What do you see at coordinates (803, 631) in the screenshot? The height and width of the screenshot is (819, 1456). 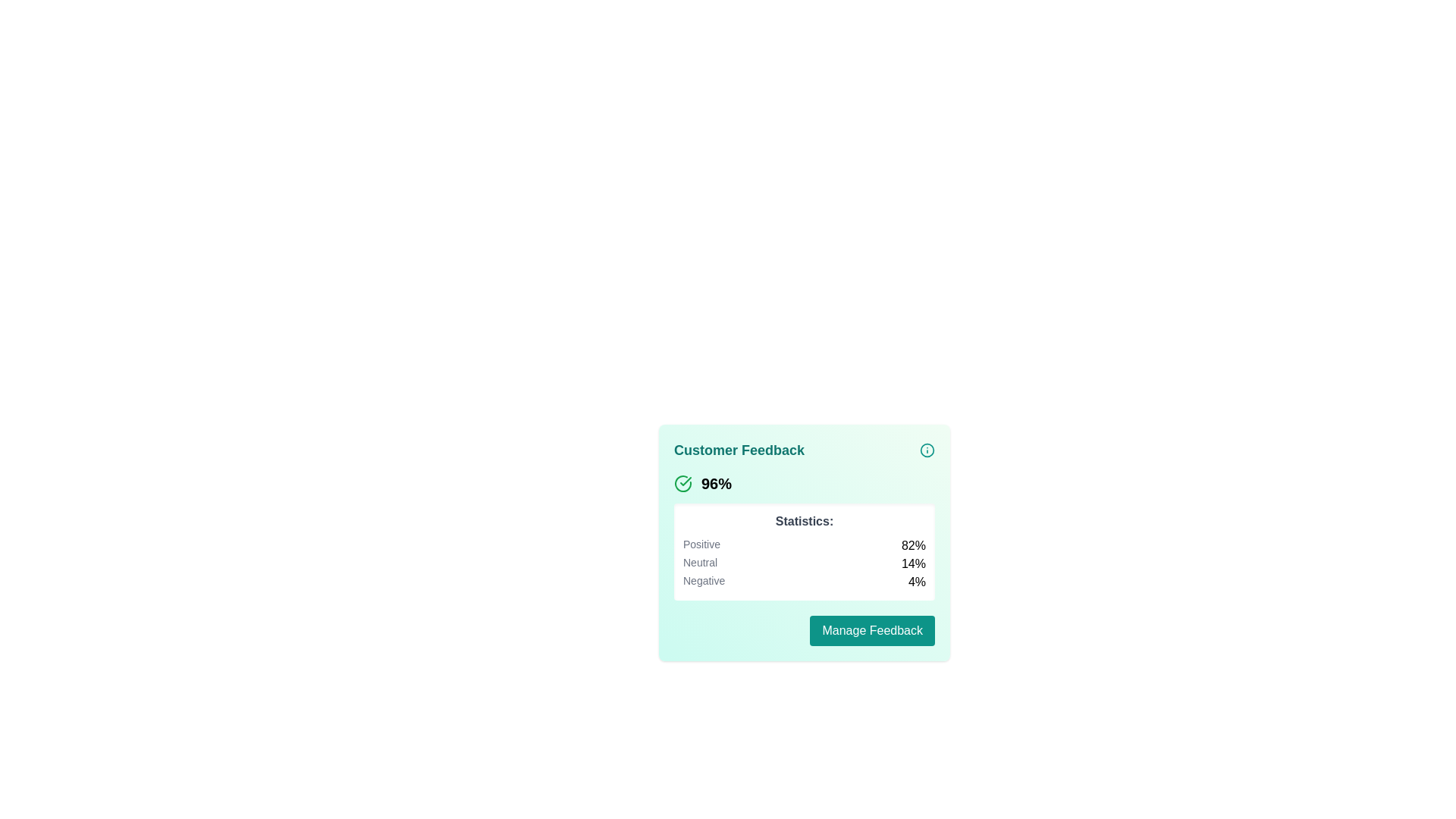 I see `the button located in the 'Customer Feedback' section` at bounding box center [803, 631].